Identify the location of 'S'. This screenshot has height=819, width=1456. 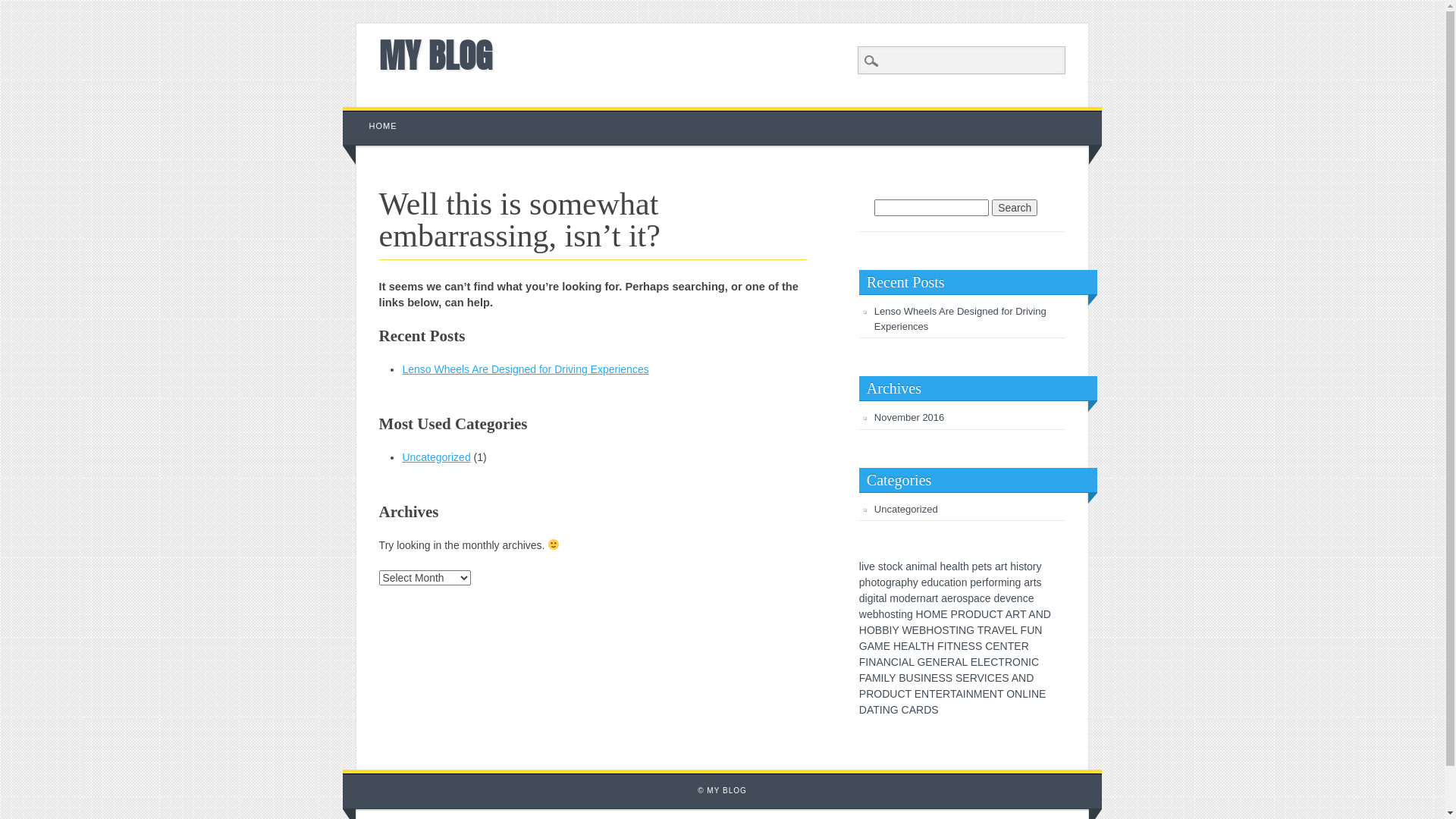
(948, 677).